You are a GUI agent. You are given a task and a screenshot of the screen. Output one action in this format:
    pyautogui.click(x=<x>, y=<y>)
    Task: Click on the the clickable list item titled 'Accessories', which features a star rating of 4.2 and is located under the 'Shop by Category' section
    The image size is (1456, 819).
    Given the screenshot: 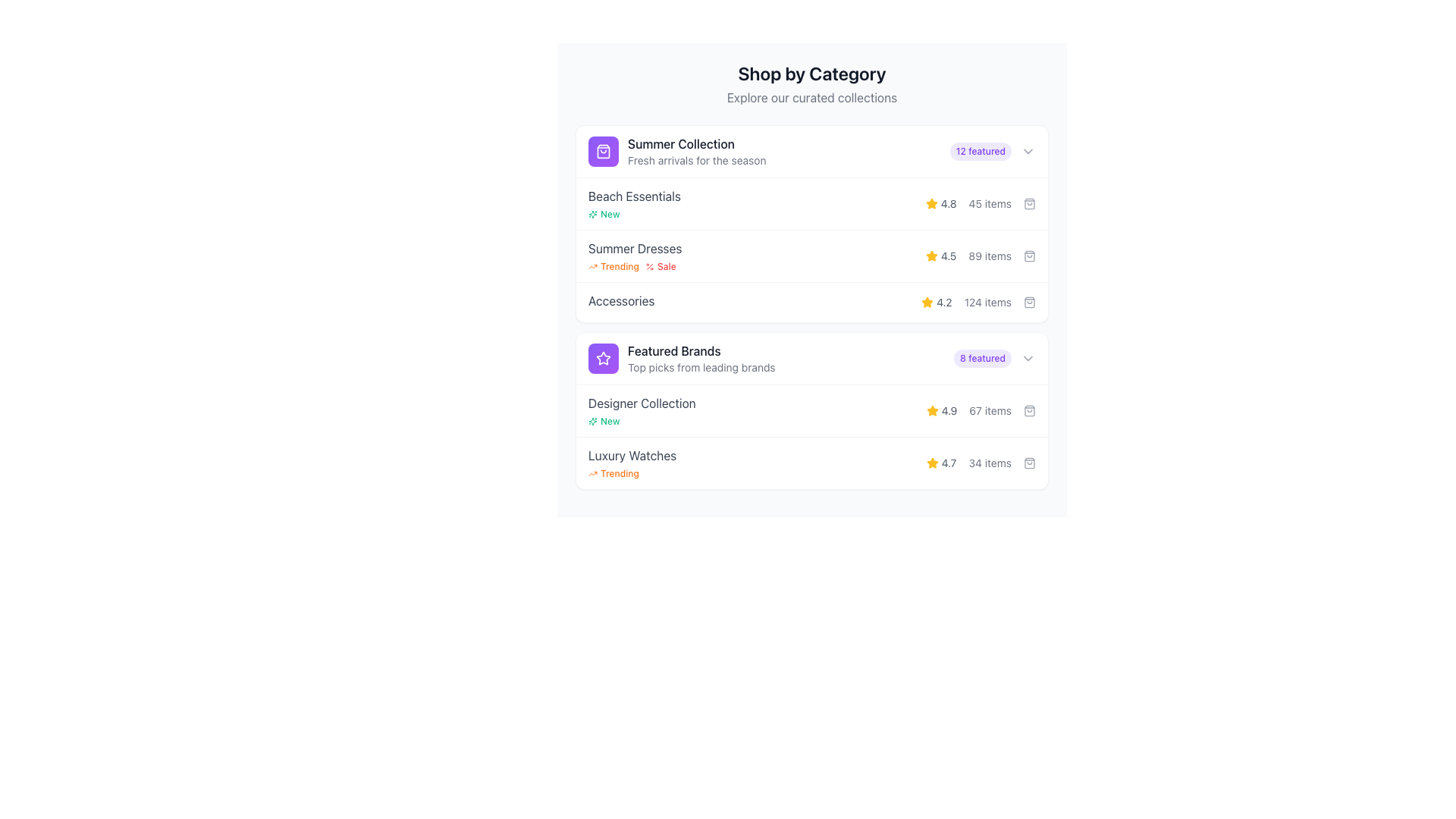 What is the action you would take?
    pyautogui.click(x=811, y=302)
    